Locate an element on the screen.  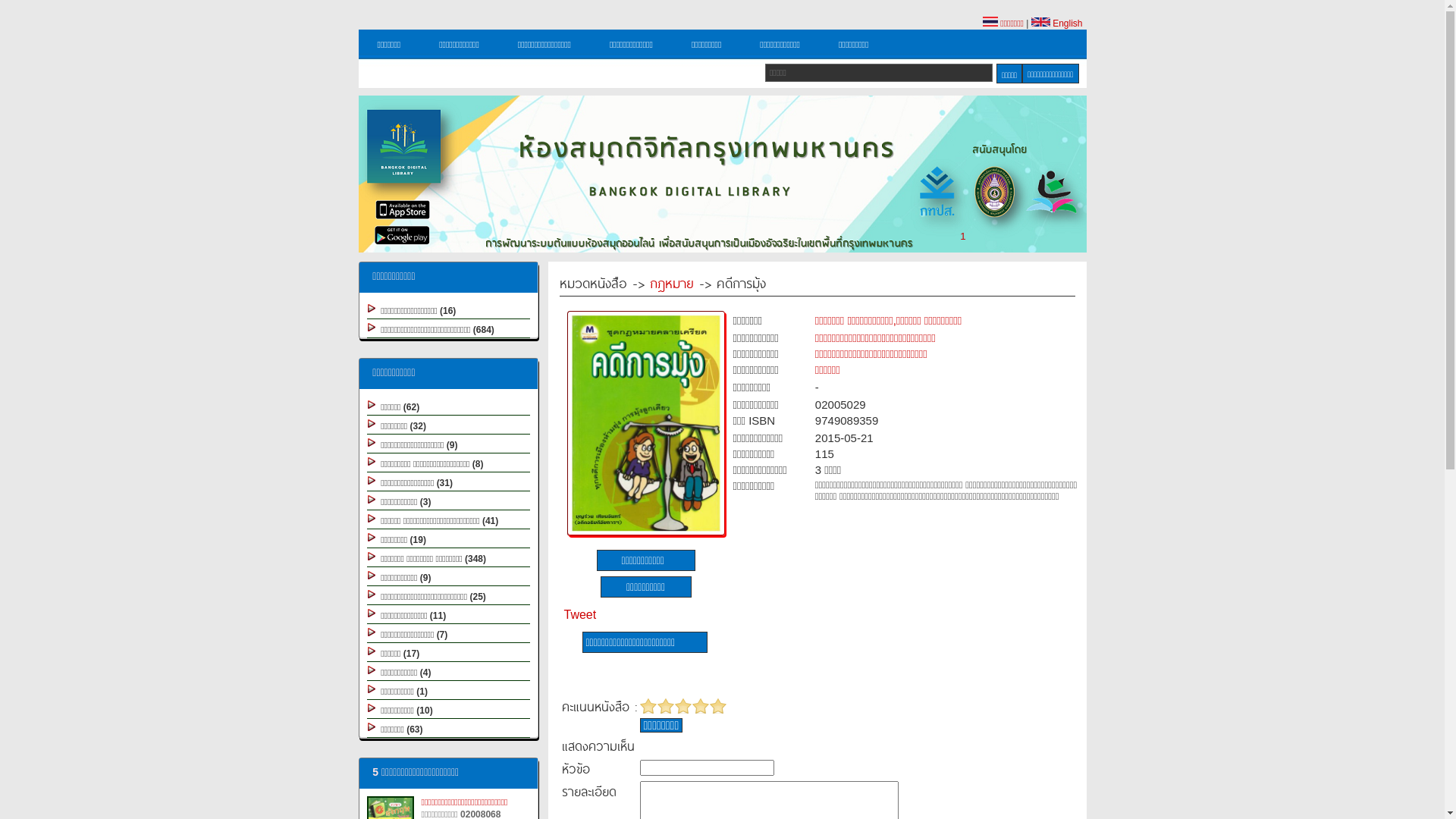
'Tweet' is located at coordinates (579, 614).